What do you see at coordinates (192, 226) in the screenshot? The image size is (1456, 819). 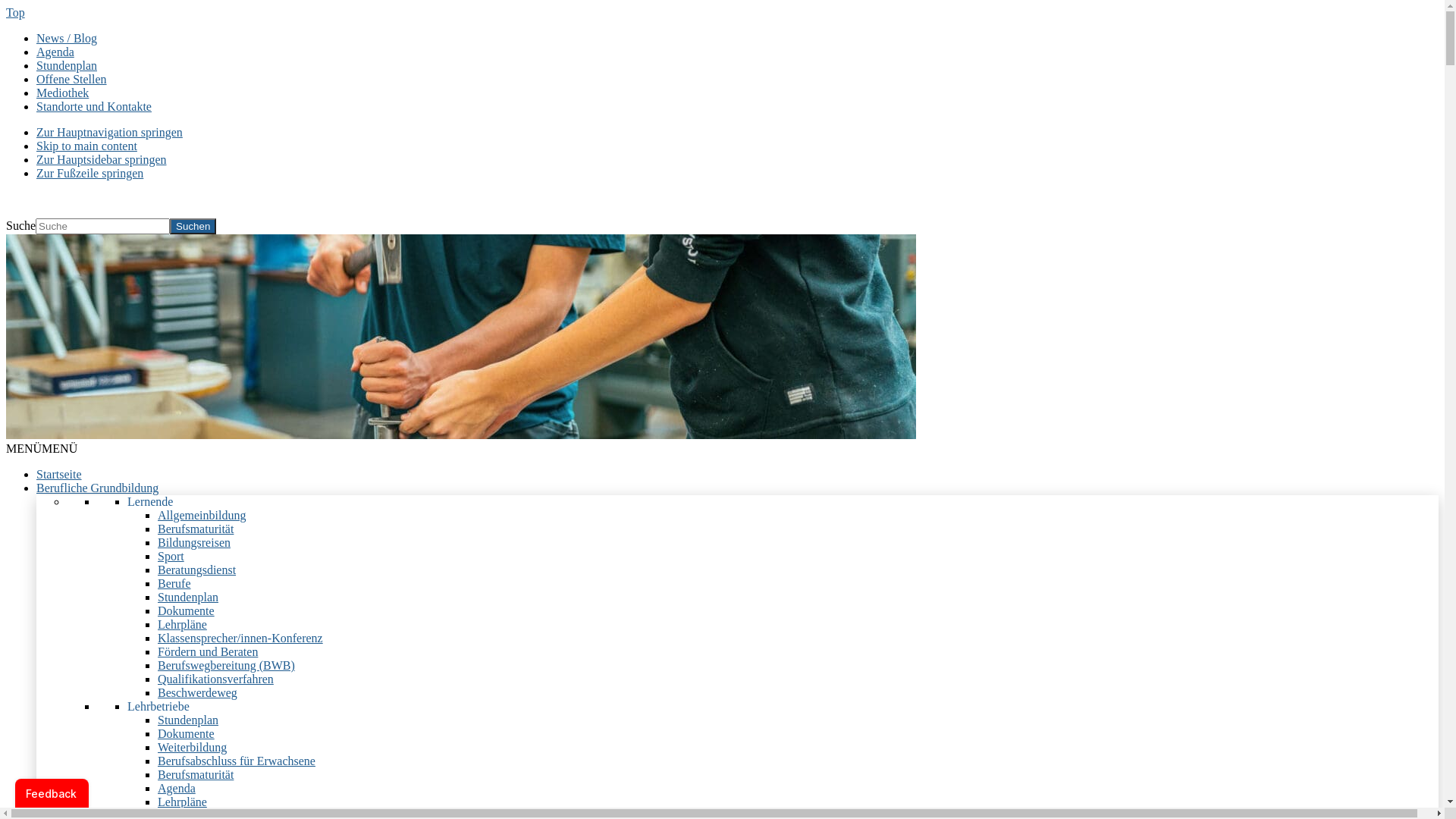 I see `'Suchen'` at bounding box center [192, 226].